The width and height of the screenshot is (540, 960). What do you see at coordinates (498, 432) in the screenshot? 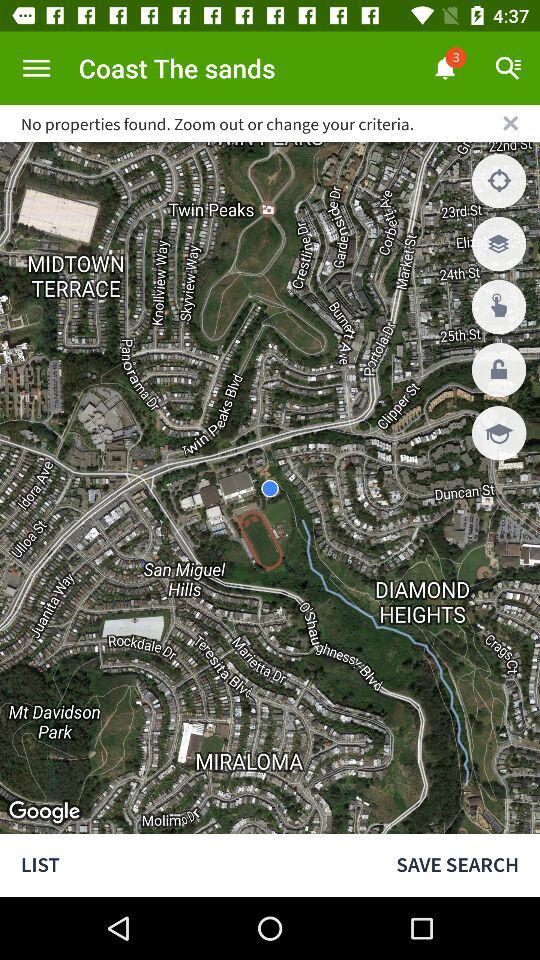
I see `the last icon on the right row` at bounding box center [498, 432].